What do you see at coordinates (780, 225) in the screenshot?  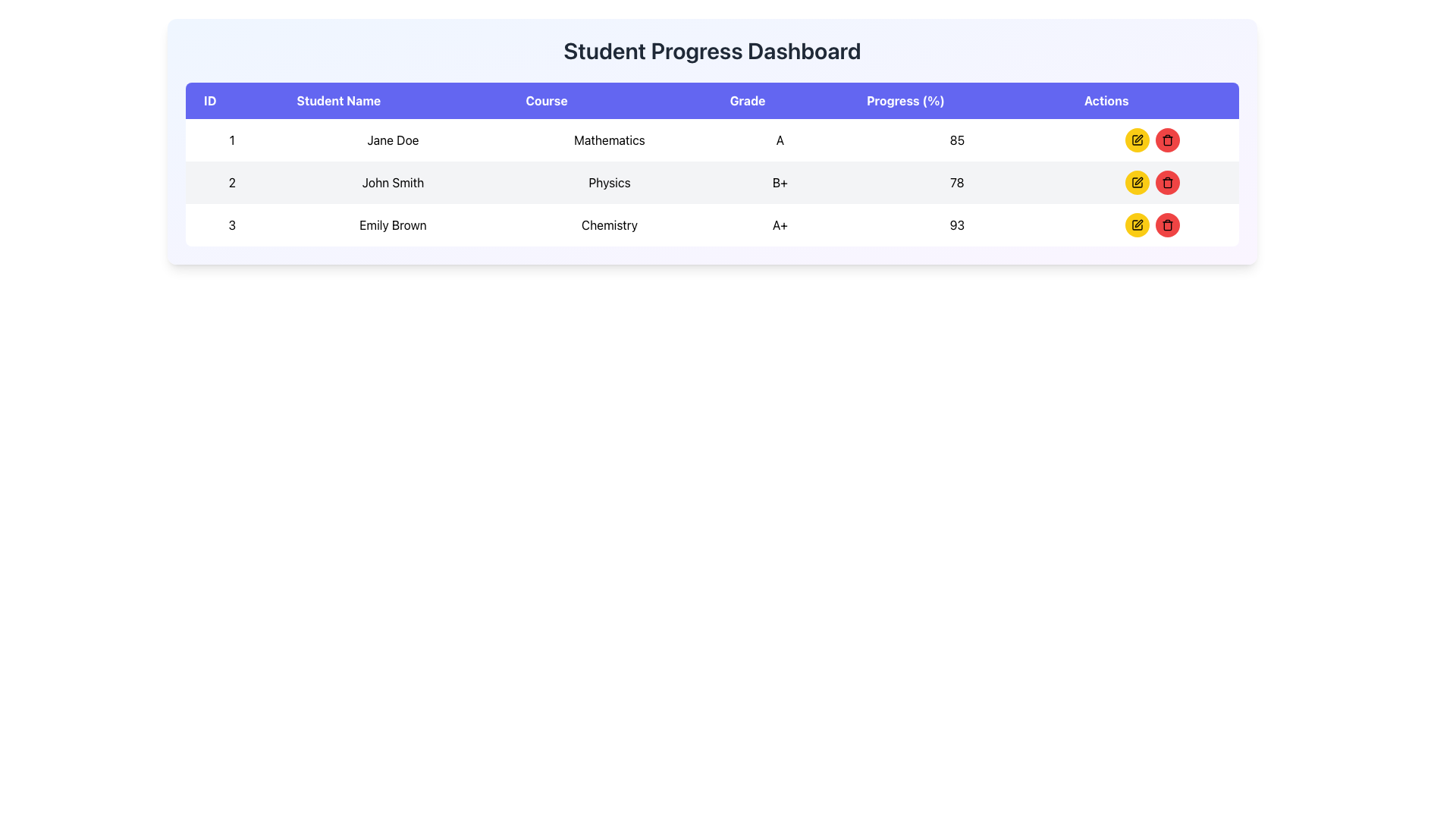 I see `the text label displaying the grade (A+) for Emily Brown in the Chemistry subject, located in the grade column of the table, specifically in row labeled '3'` at bounding box center [780, 225].